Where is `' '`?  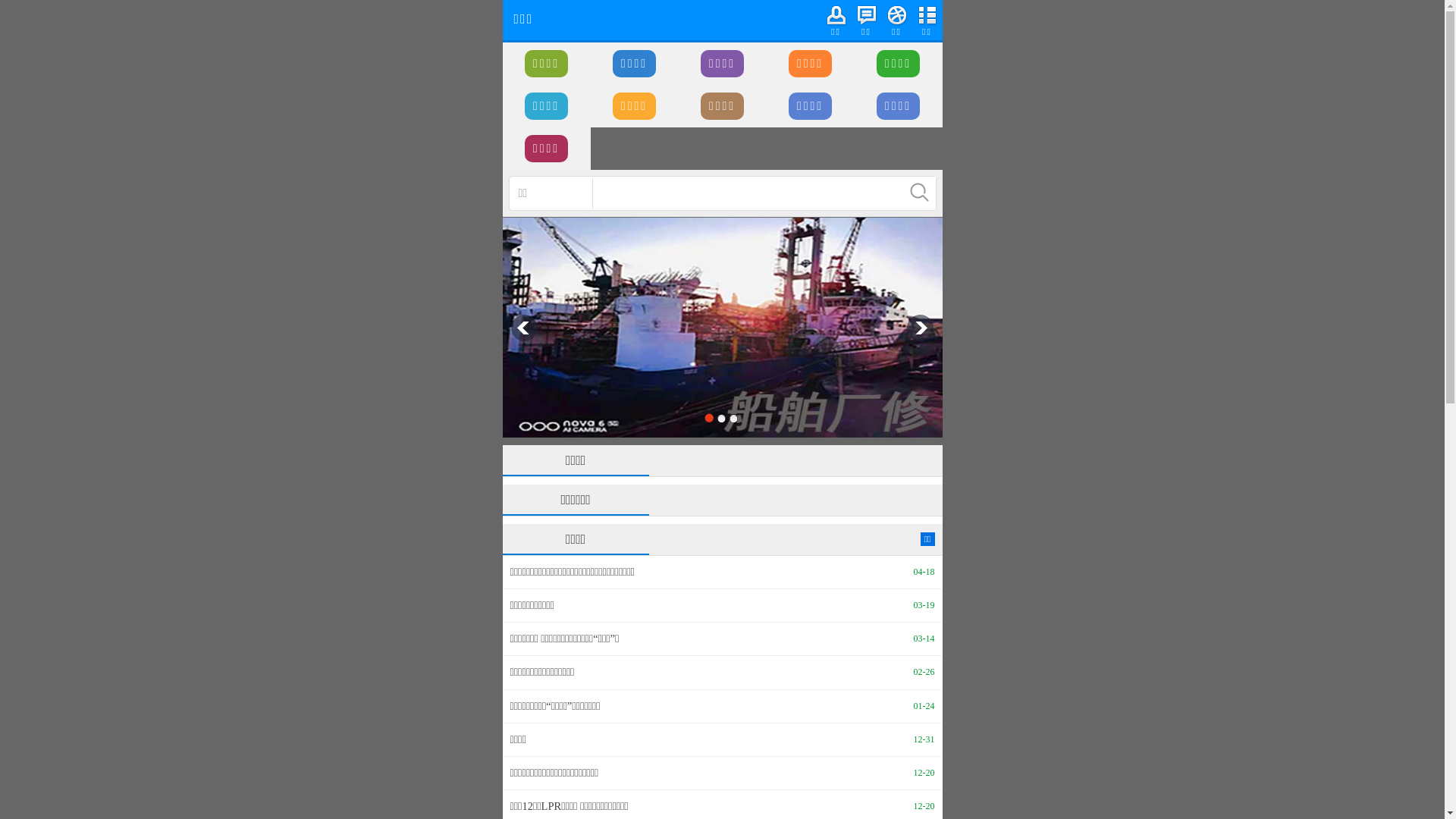 ' ' is located at coordinates (919, 192).